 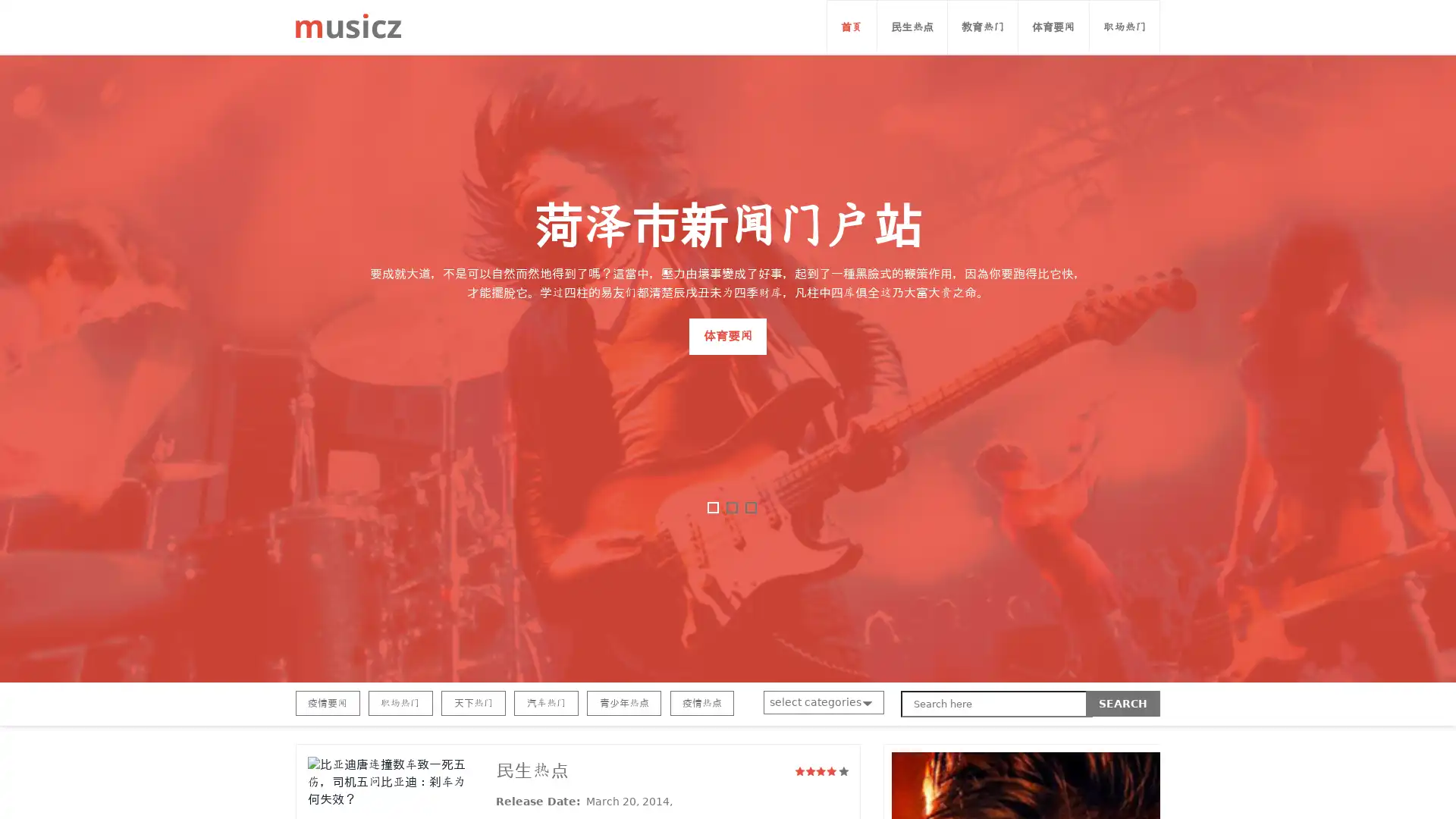 I want to click on search, so click(x=1123, y=704).